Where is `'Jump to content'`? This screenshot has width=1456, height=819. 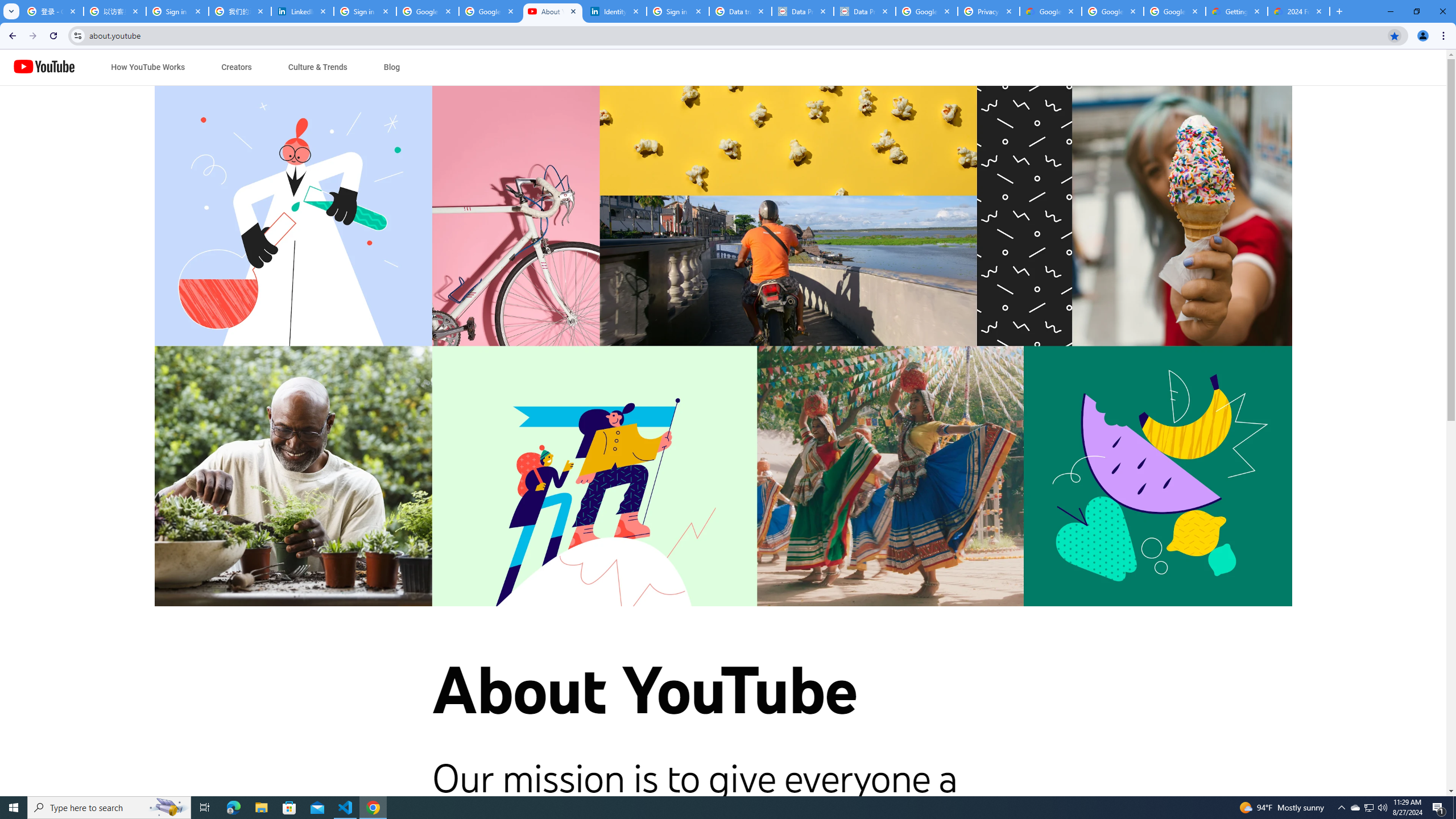
'Jump to content' is located at coordinates (106, 67).